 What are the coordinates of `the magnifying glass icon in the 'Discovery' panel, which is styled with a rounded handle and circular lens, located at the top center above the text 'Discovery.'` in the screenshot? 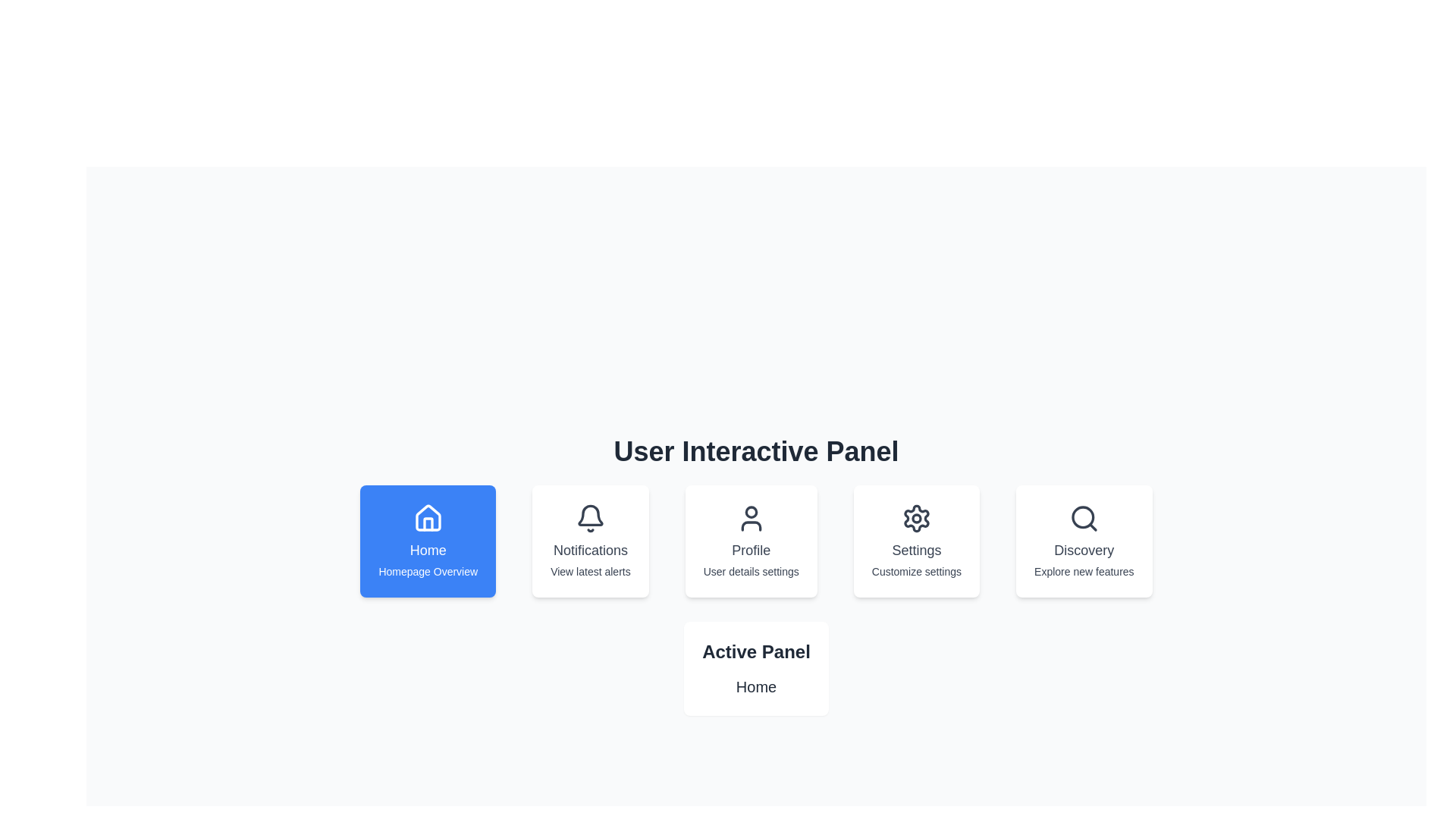 It's located at (1083, 517).